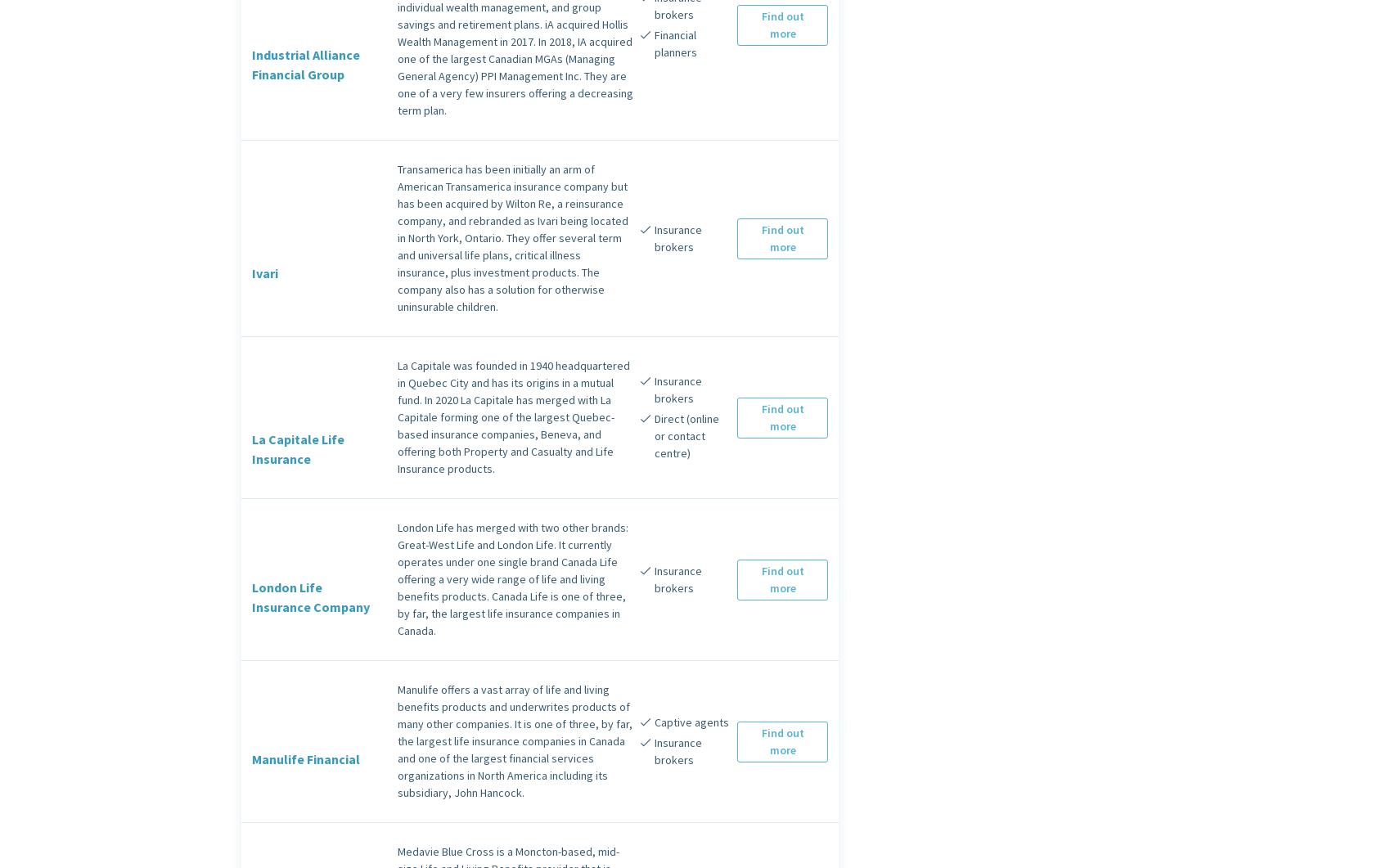 The height and width of the screenshot is (868, 1391). I want to click on 'Financial planners', so click(674, 43).